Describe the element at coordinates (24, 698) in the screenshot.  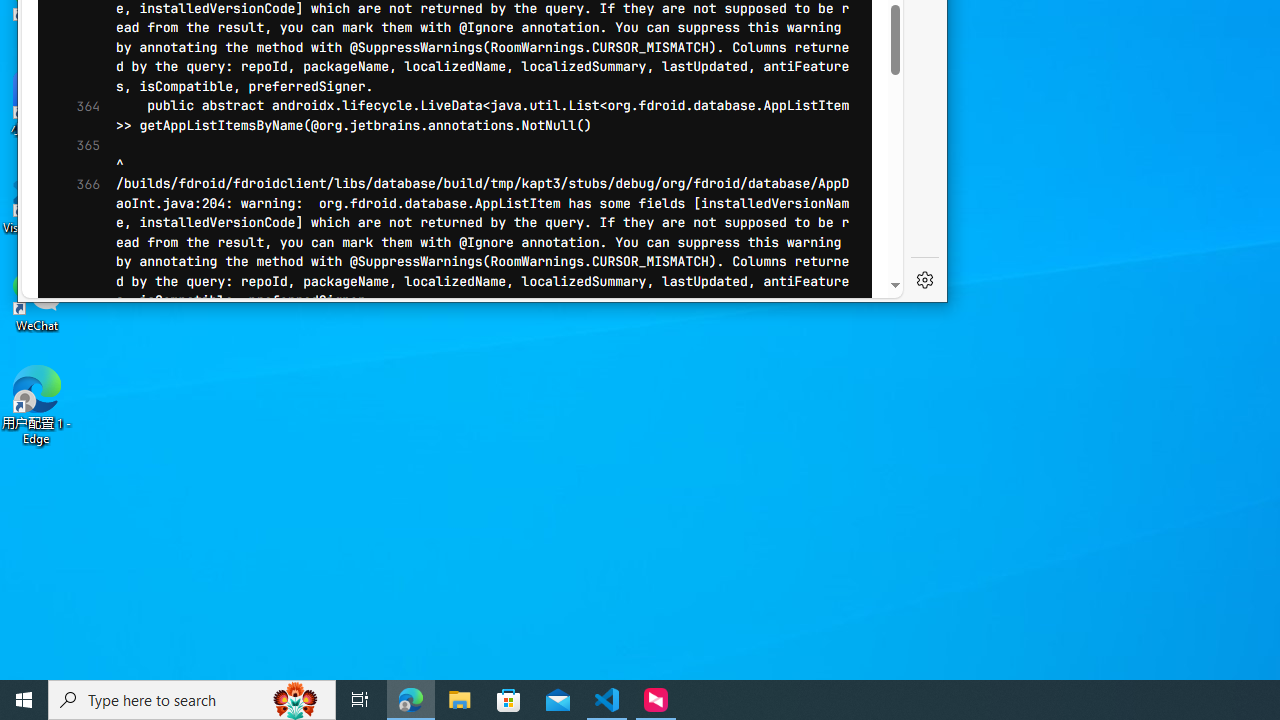
I see `'Start'` at that location.